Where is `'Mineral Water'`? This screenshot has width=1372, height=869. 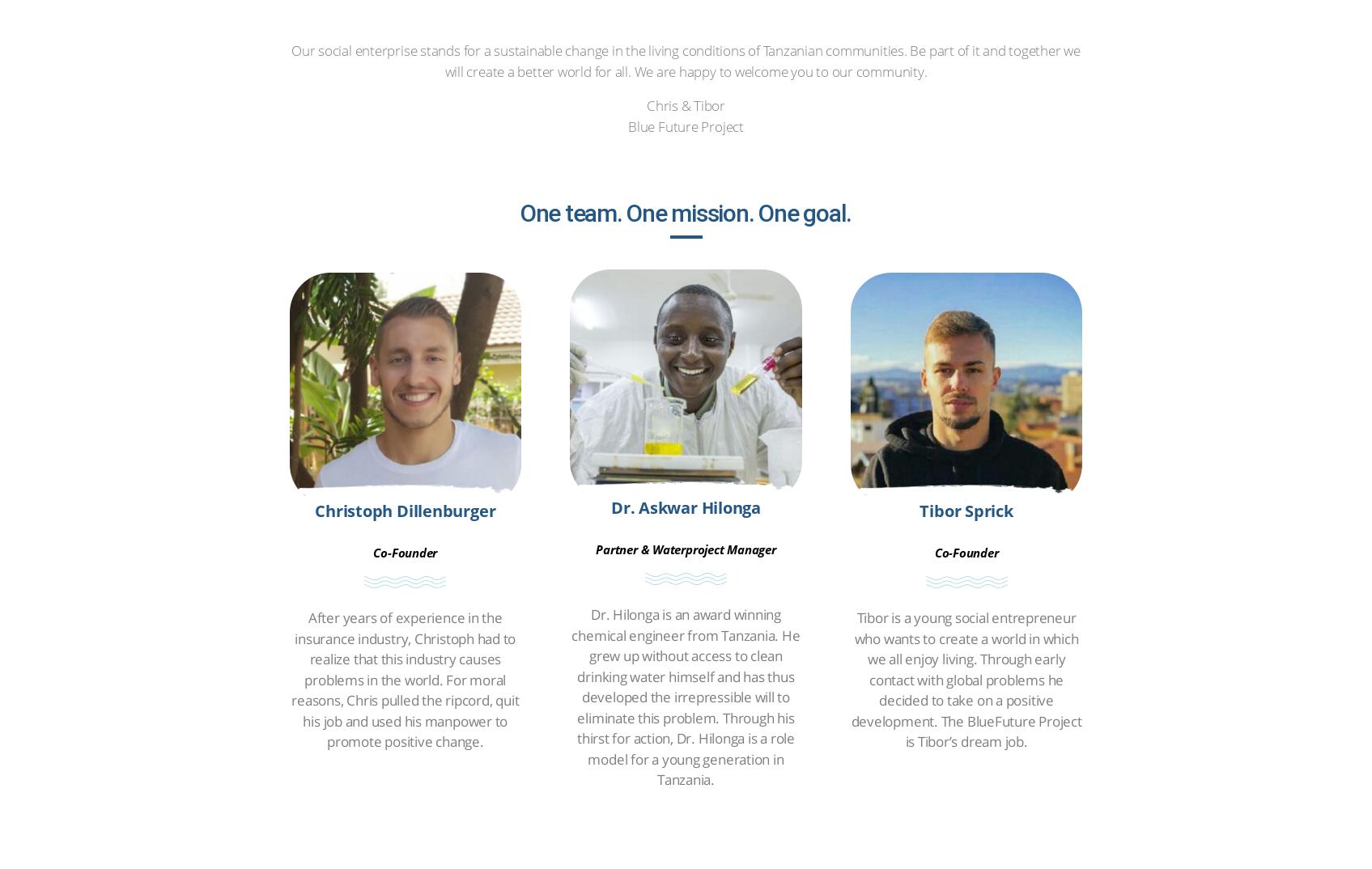 'Mineral Water' is located at coordinates (546, 623).